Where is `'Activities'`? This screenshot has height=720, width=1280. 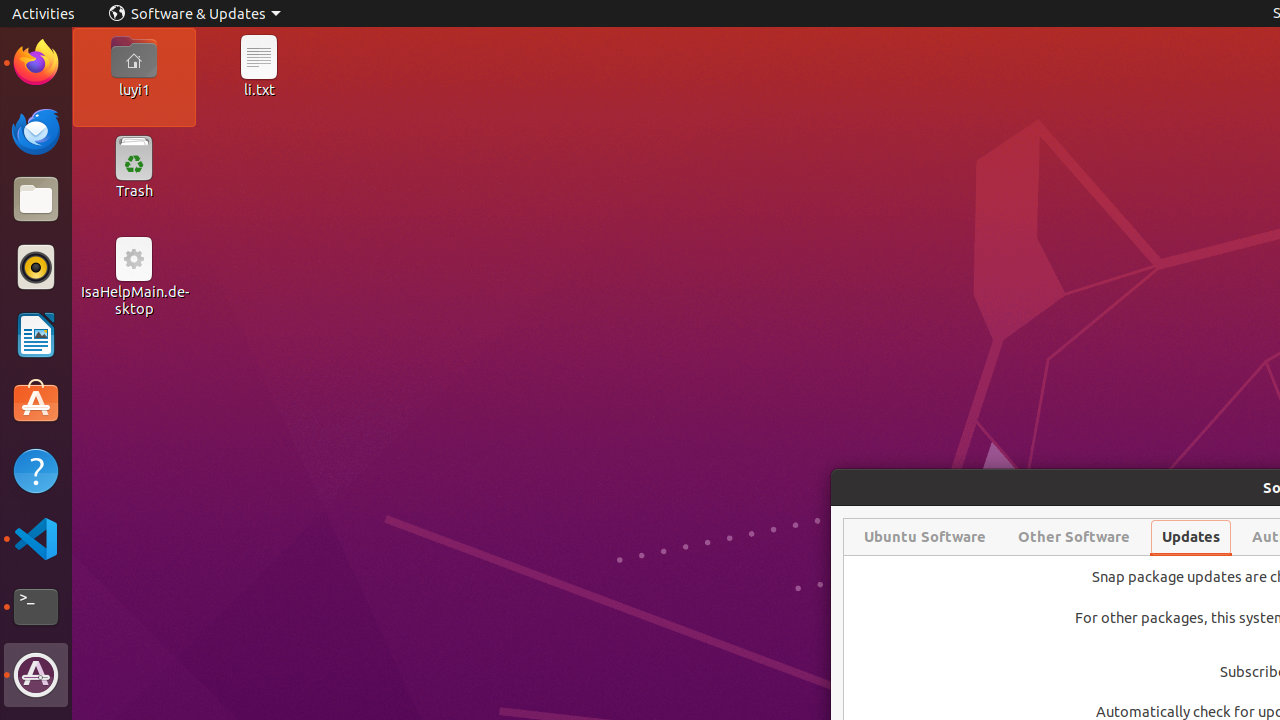 'Activities' is located at coordinates (43, 13).